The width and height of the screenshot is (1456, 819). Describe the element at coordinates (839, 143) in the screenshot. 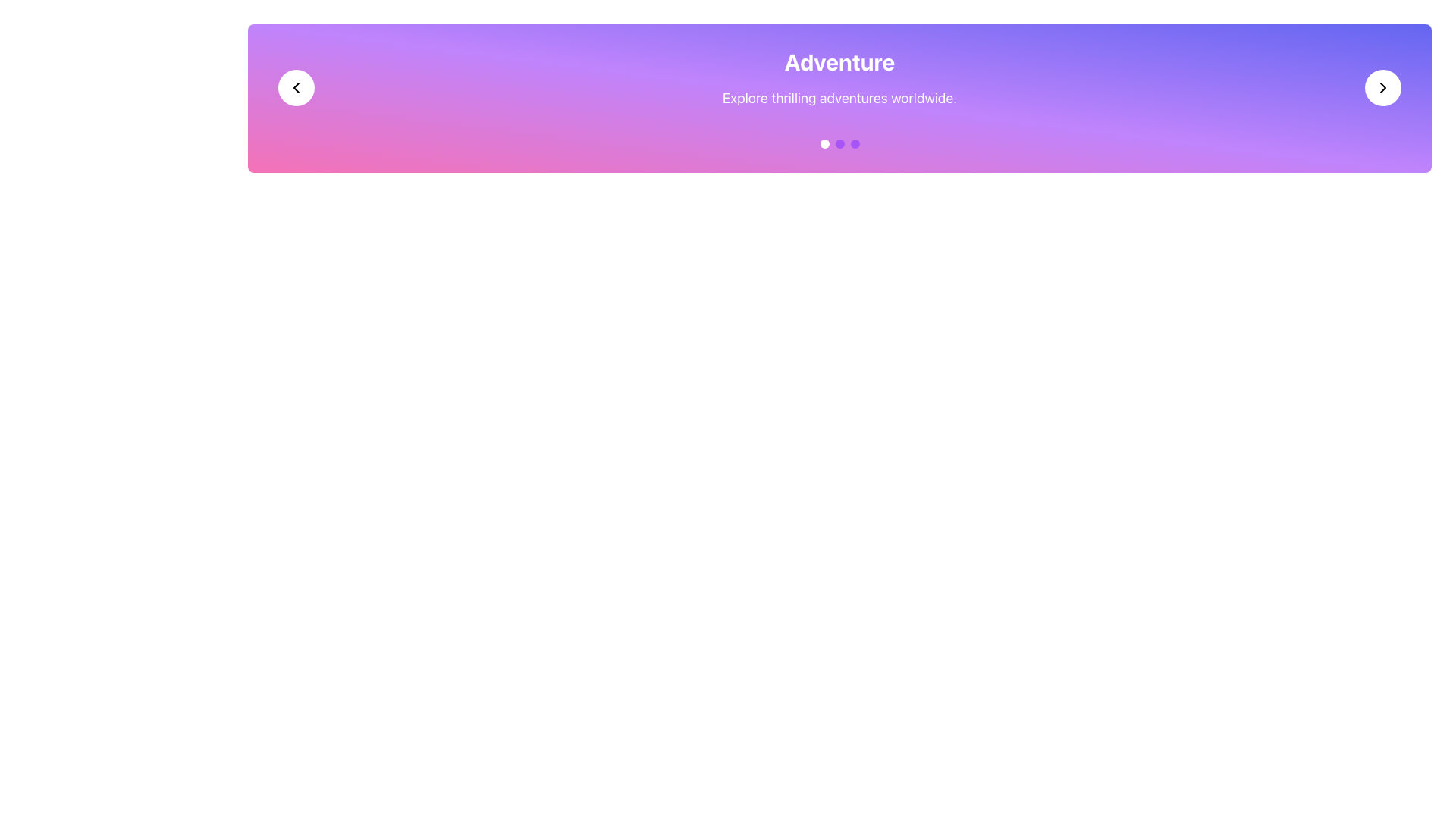

I see `the second indicator button below the 'Adventure' header` at that location.